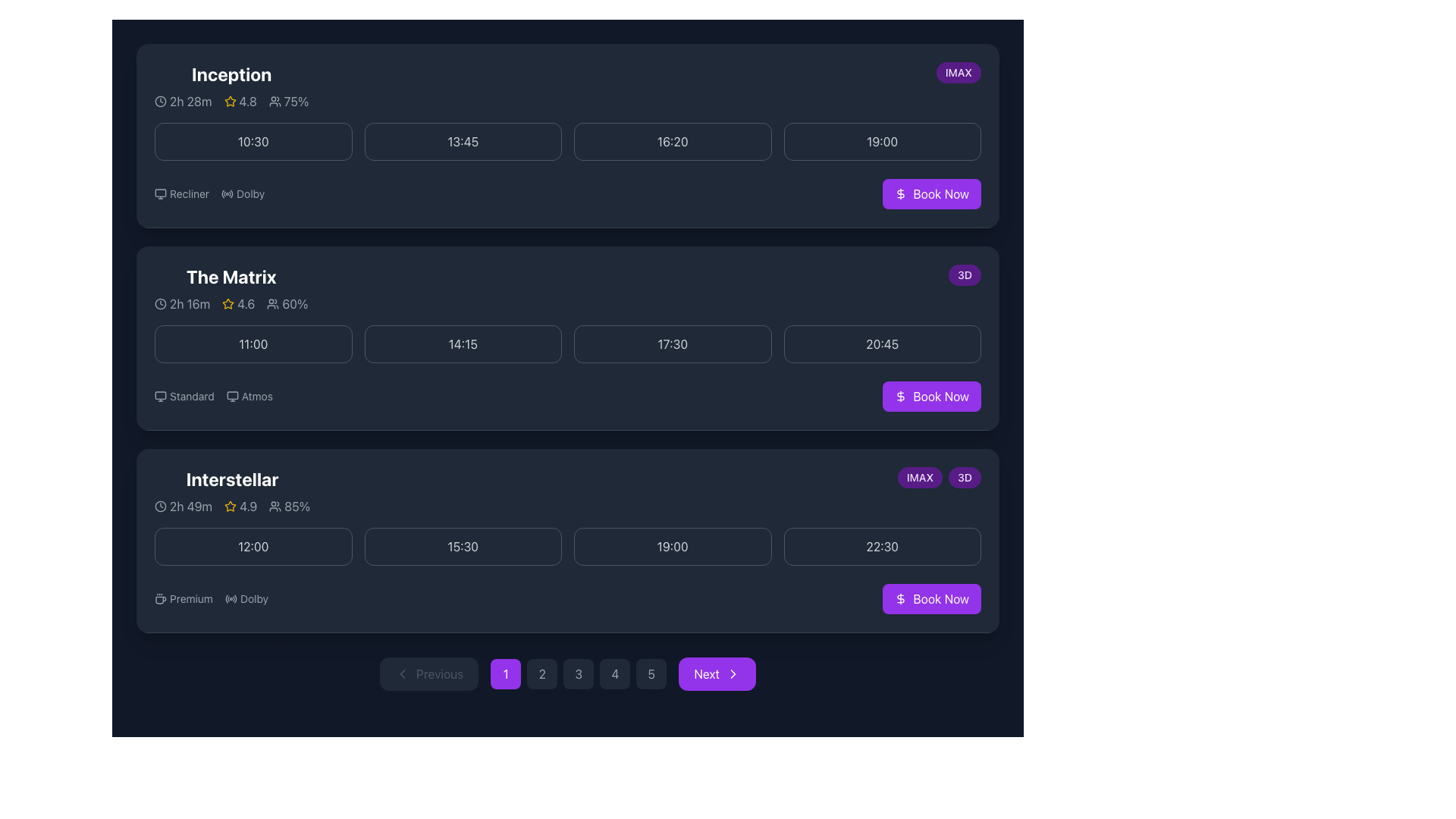 The width and height of the screenshot is (1456, 819). What do you see at coordinates (210, 598) in the screenshot?
I see `the horizontal arrangement of the 'Premium' and 'Dolby' labels with their respective icons` at bounding box center [210, 598].